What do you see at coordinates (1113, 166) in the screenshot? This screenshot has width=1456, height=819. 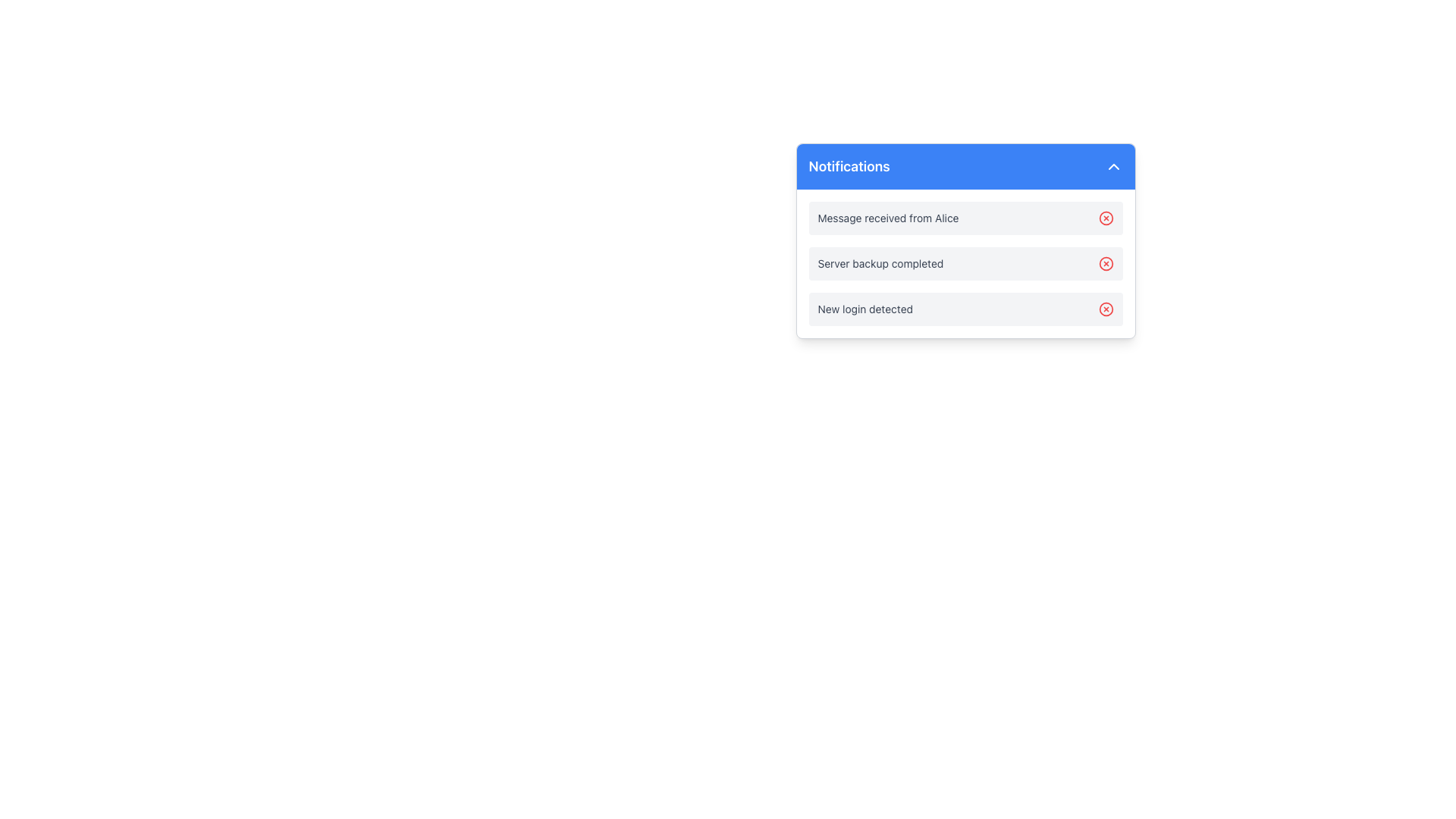 I see `the upward-pointing chevron icon located in the blue 'Notifications' header bar, positioned towards the right-hand corner` at bounding box center [1113, 166].